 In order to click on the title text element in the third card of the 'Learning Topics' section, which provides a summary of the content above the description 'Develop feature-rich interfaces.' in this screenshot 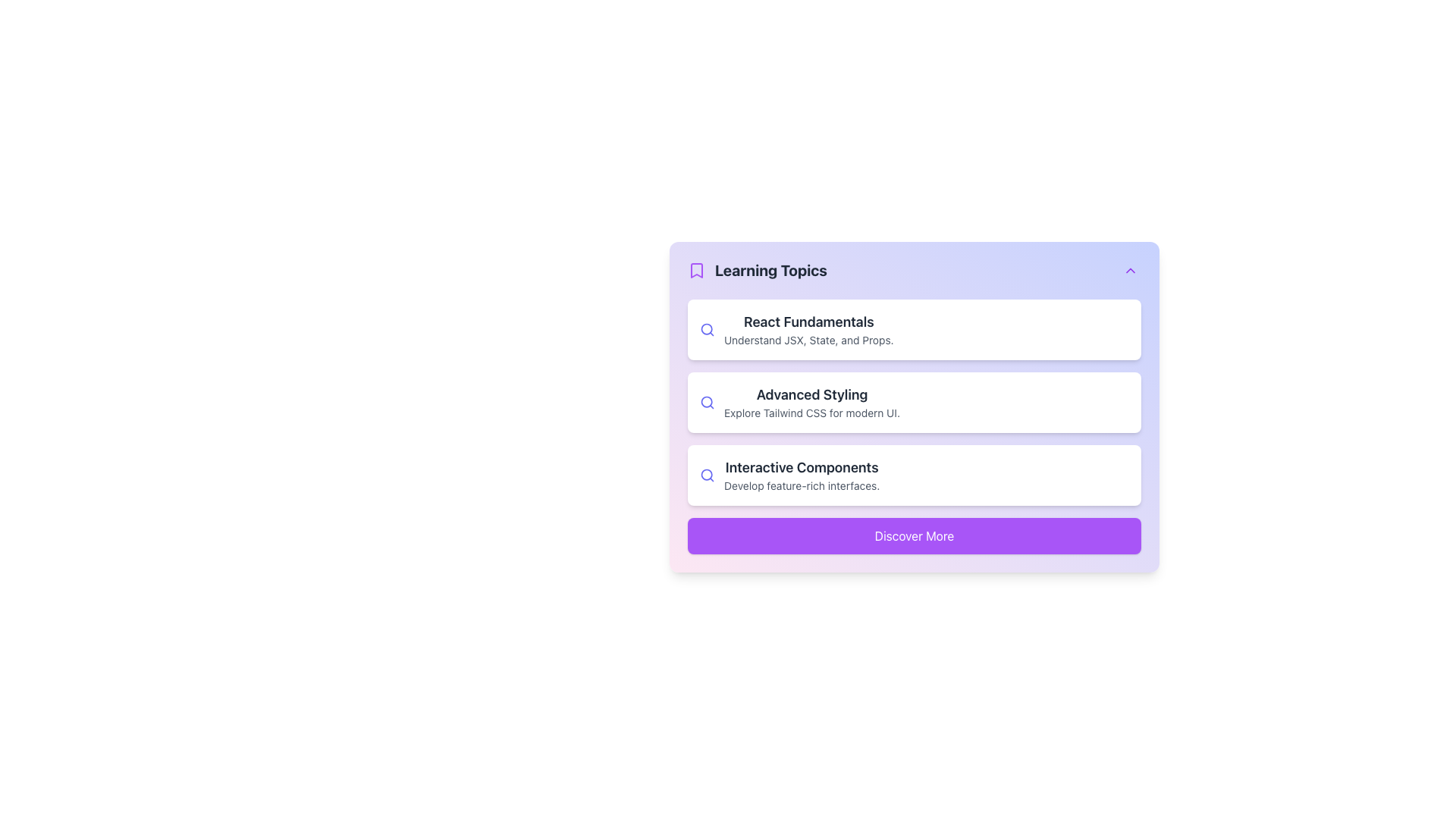, I will do `click(801, 467)`.